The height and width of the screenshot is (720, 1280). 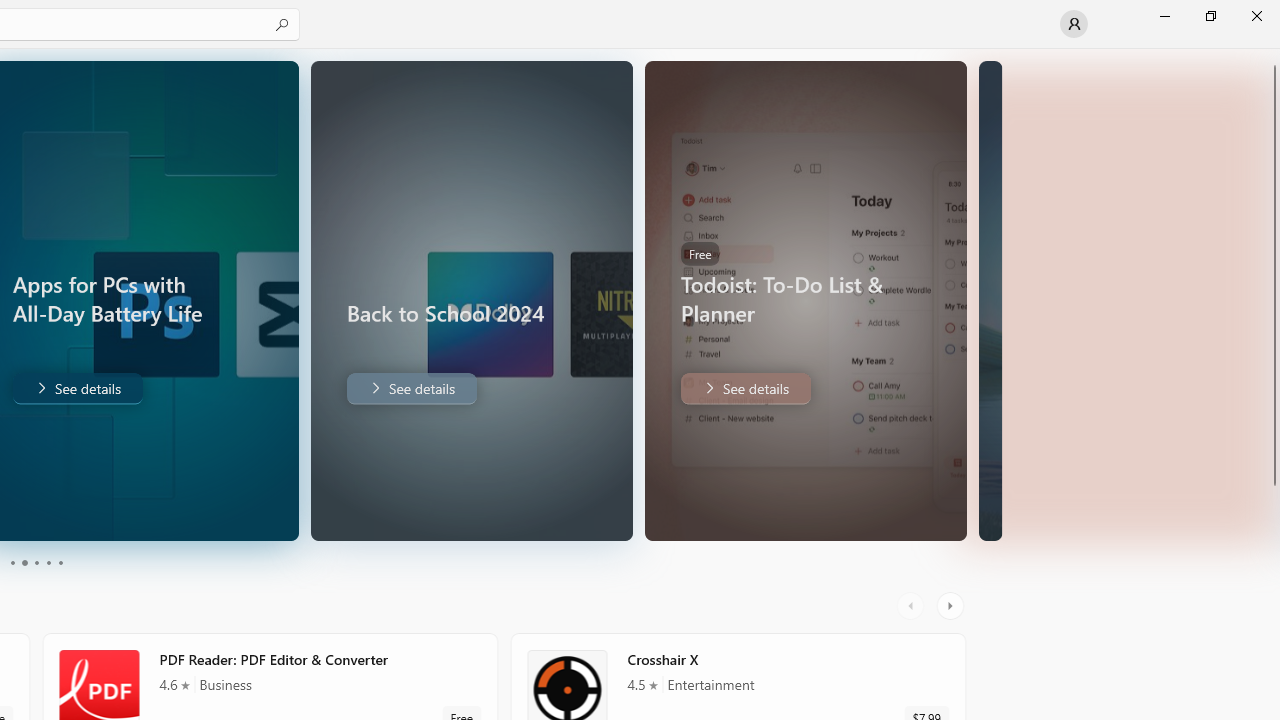 I want to click on 'Close Microsoft Store', so click(x=1255, y=15).